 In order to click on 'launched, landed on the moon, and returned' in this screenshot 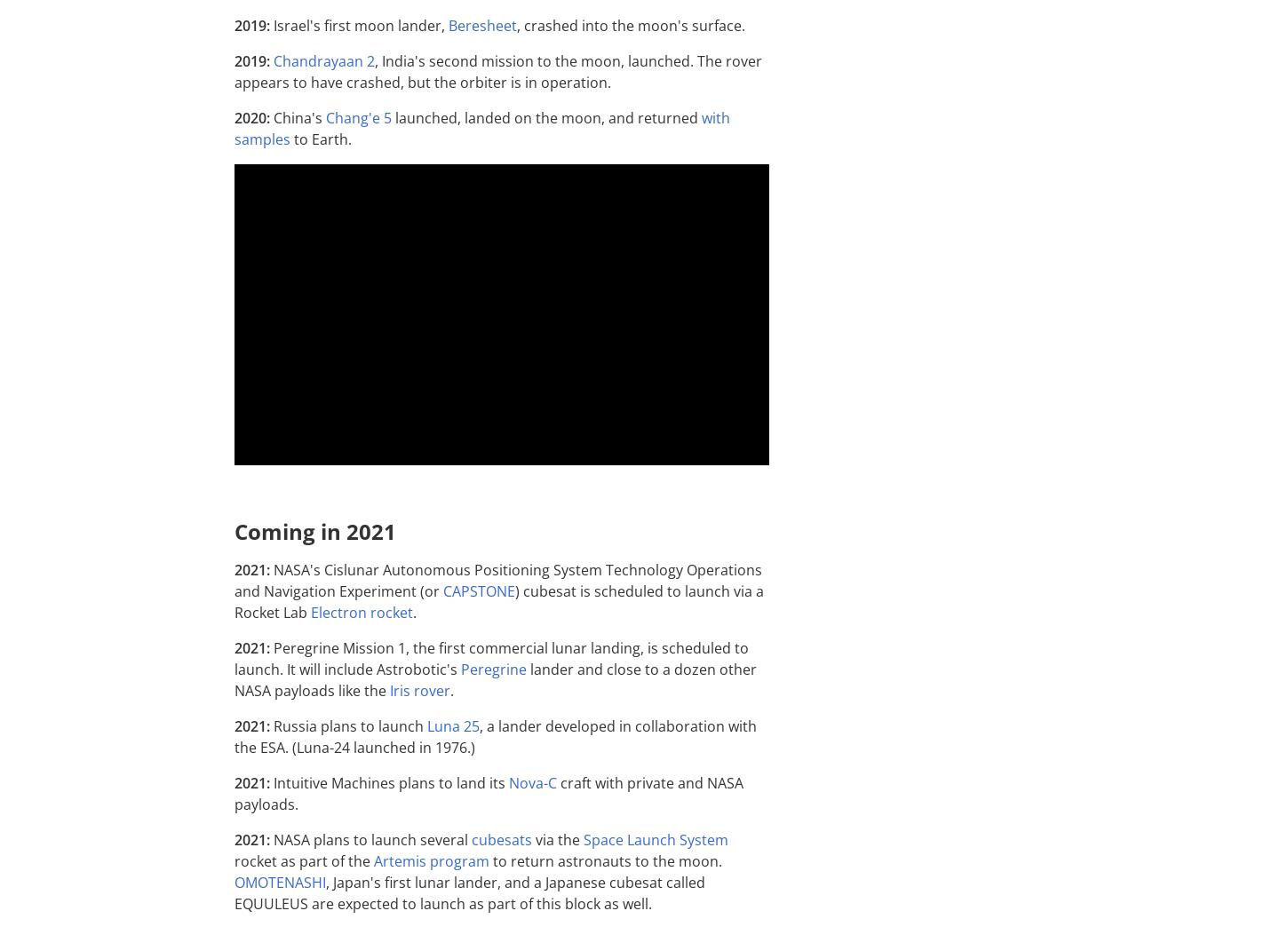, I will do `click(390, 117)`.